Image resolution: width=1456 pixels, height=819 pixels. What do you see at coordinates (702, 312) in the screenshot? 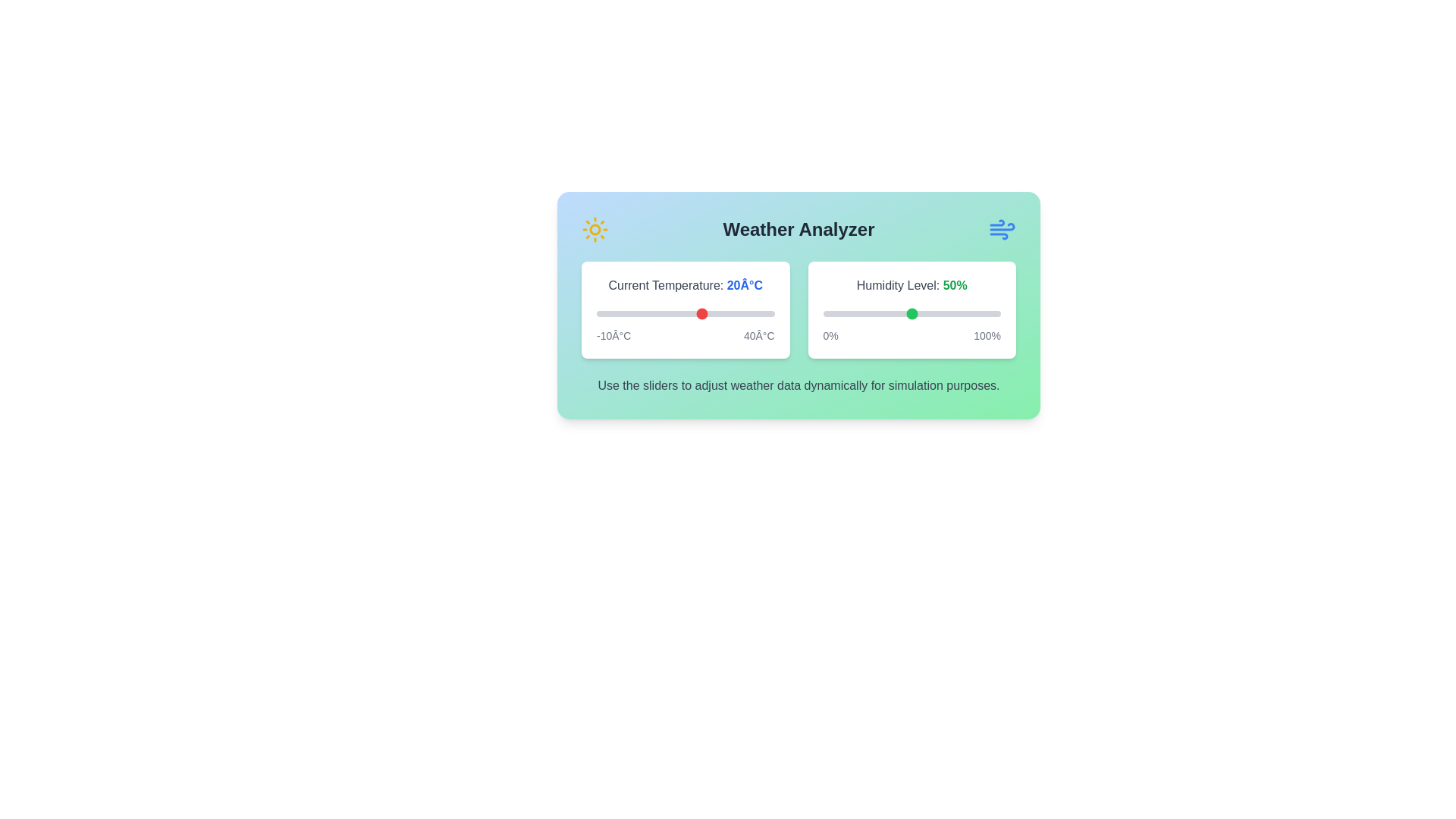
I see `the temperature slider to 20°C` at bounding box center [702, 312].